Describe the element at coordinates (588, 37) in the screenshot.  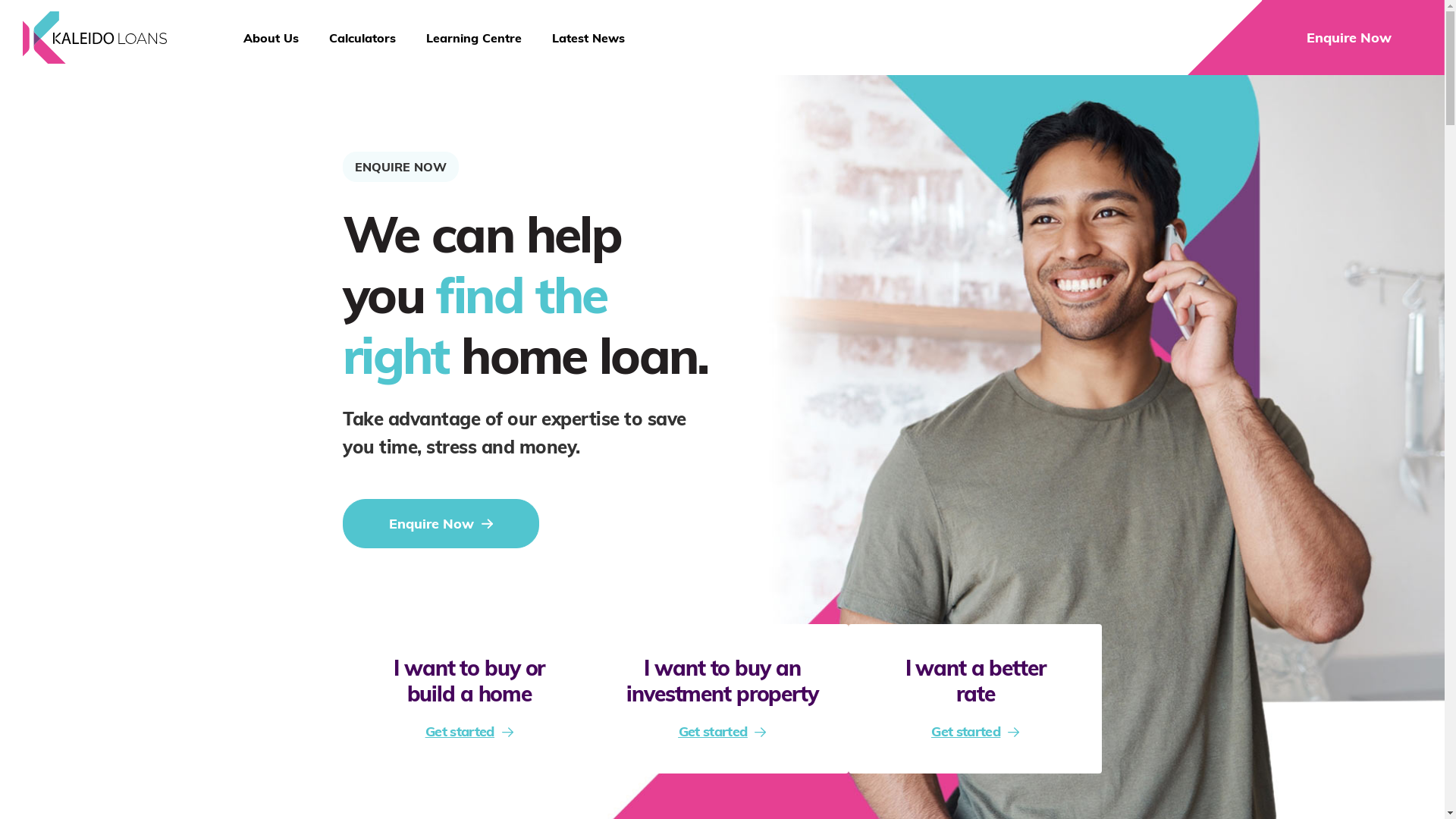
I see `'Latest News'` at that location.